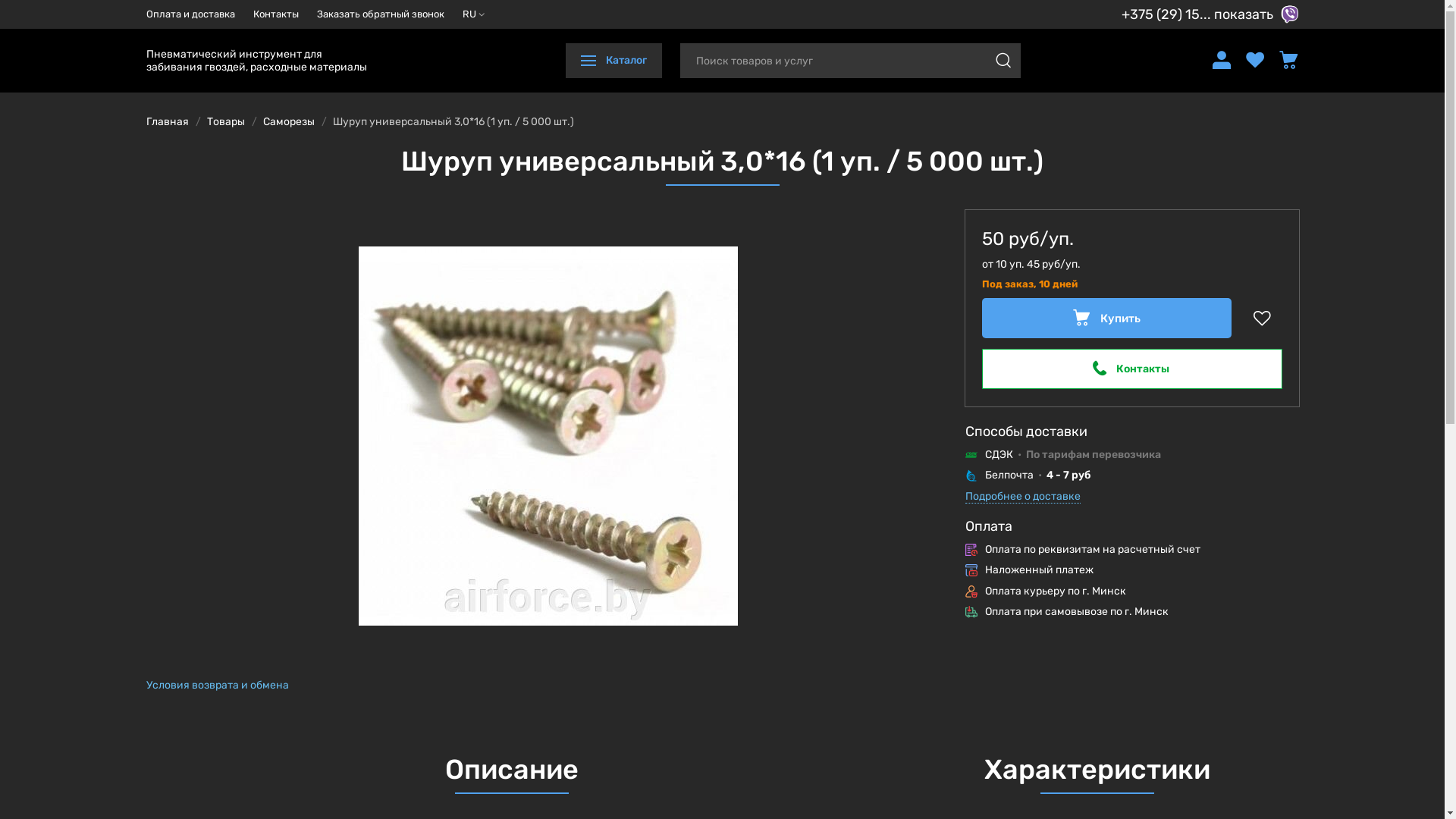  What do you see at coordinates (1288, 14) in the screenshot?
I see `'Viber'` at bounding box center [1288, 14].